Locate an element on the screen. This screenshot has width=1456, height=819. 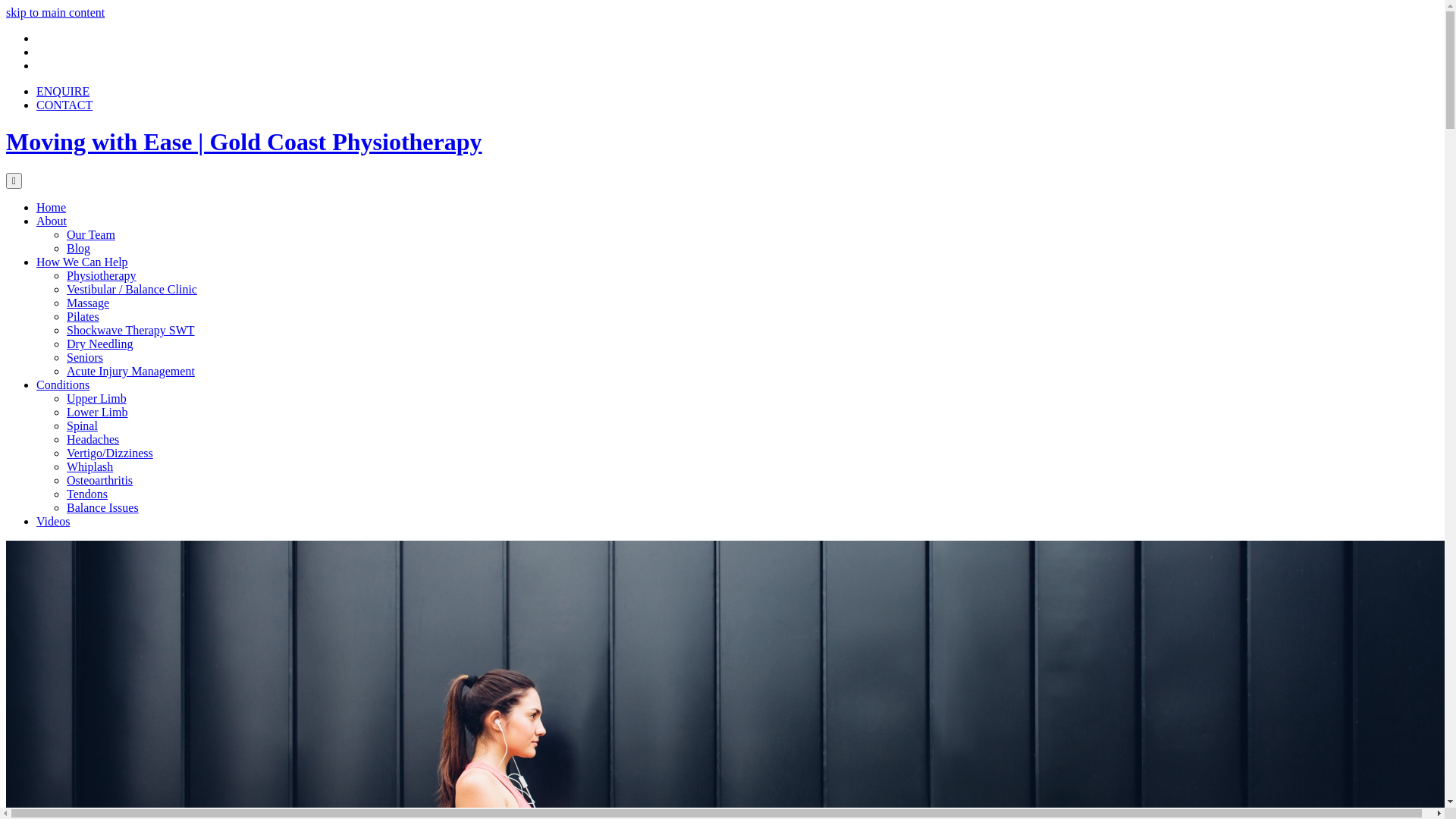
'Our Team' is located at coordinates (90, 234).